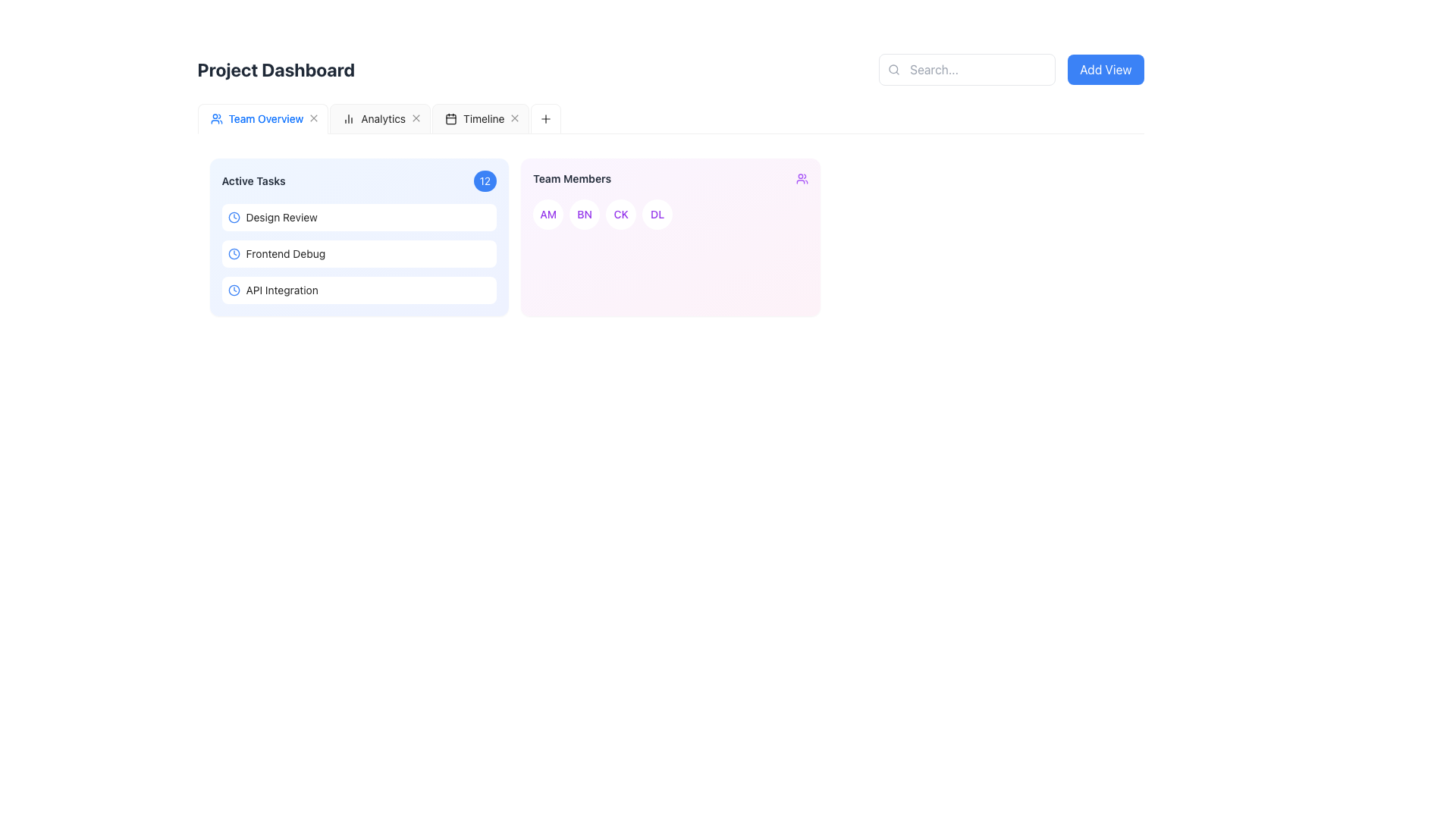 The image size is (1456, 819). I want to click on the small rectangular shape with rounded corners that is part of the calendar icon in the 'Timeline' tab of the navigation bar, so click(450, 118).